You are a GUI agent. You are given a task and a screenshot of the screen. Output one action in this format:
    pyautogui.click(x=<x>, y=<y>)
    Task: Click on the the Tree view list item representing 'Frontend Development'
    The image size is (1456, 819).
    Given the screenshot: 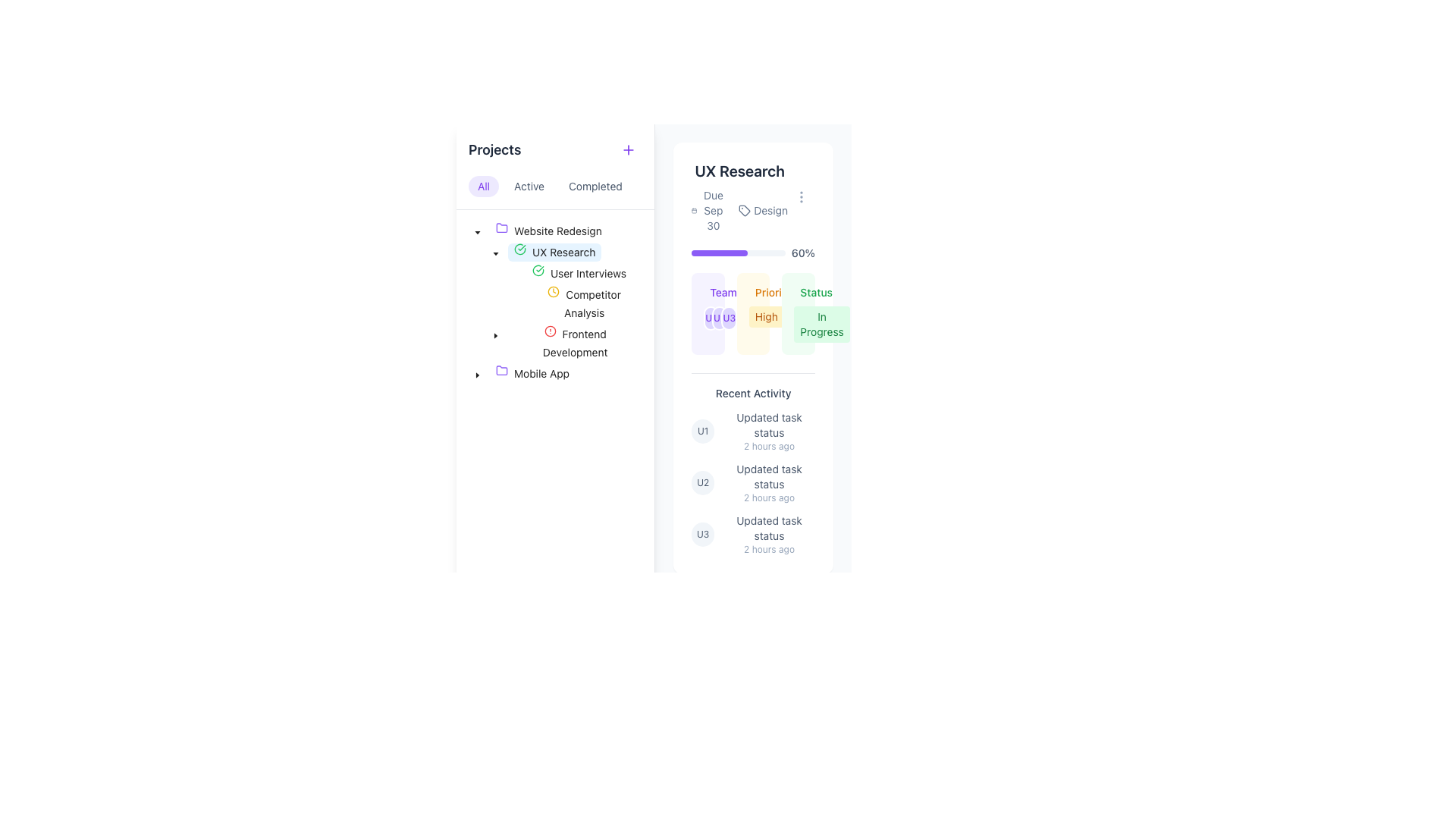 What is the action you would take?
    pyautogui.click(x=554, y=343)
    